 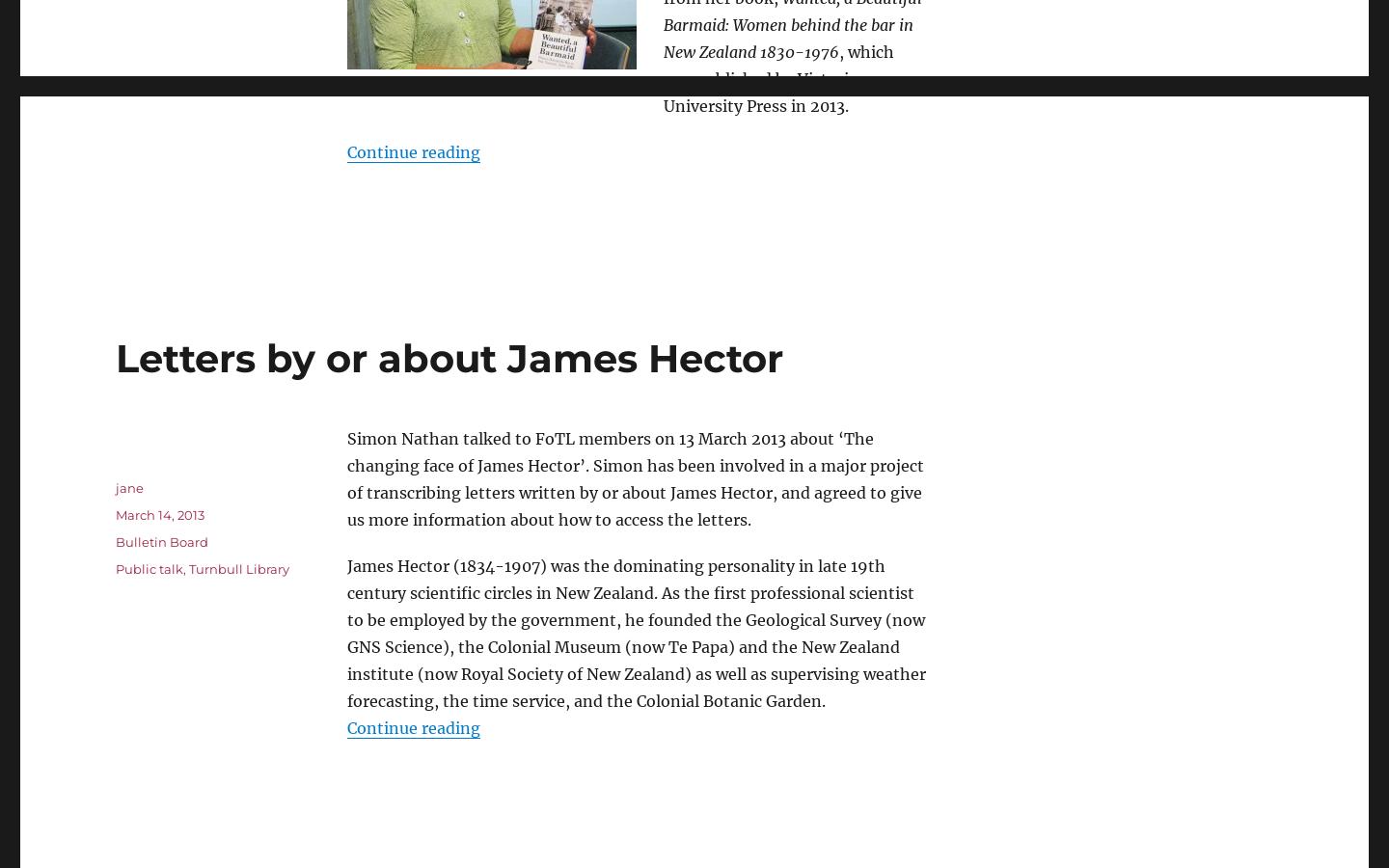 What do you see at coordinates (128, 485) in the screenshot?
I see `'jane'` at bounding box center [128, 485].